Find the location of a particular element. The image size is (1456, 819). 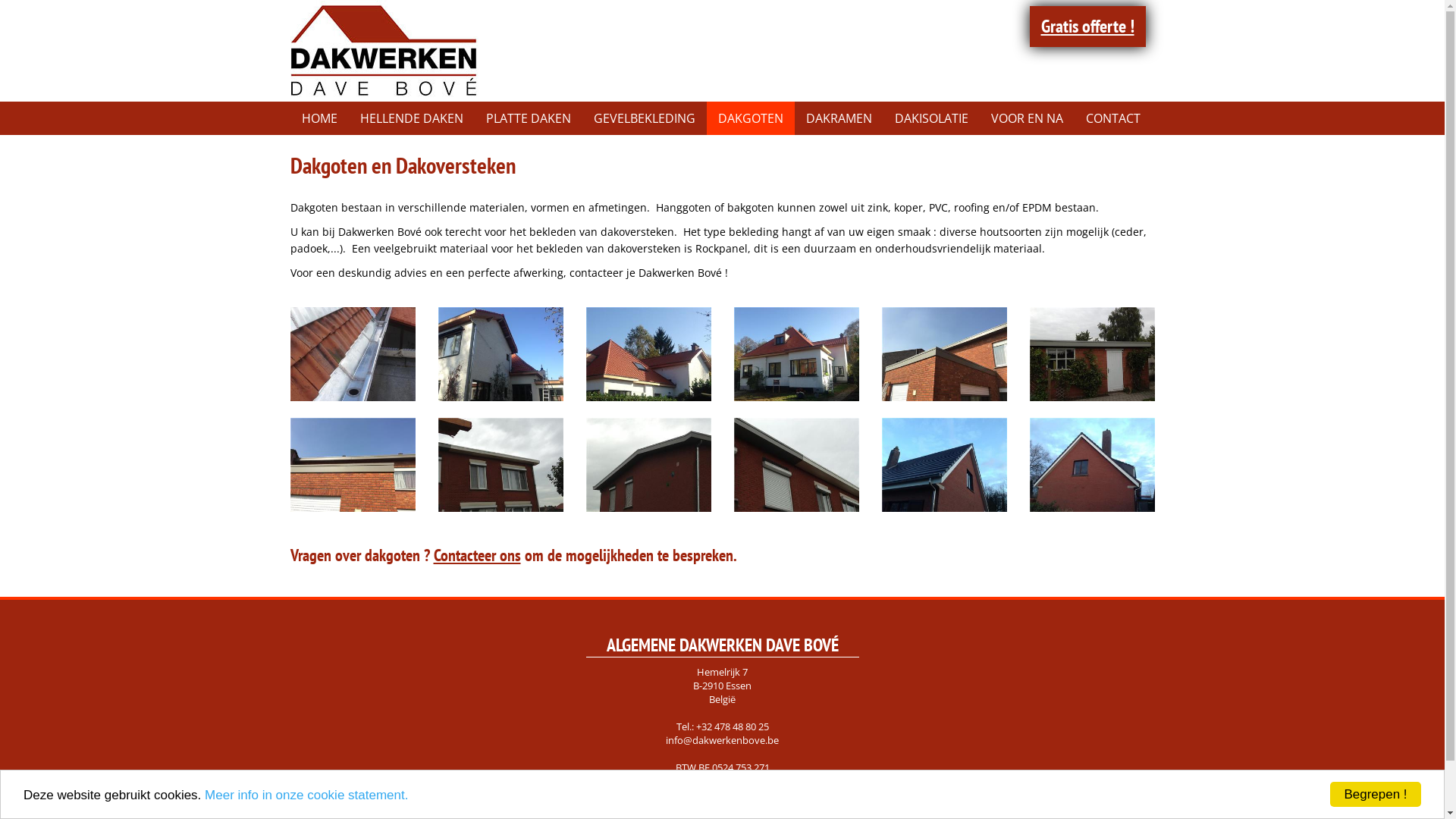

'DAKGOTEN' is located at coordinates (705, 117).